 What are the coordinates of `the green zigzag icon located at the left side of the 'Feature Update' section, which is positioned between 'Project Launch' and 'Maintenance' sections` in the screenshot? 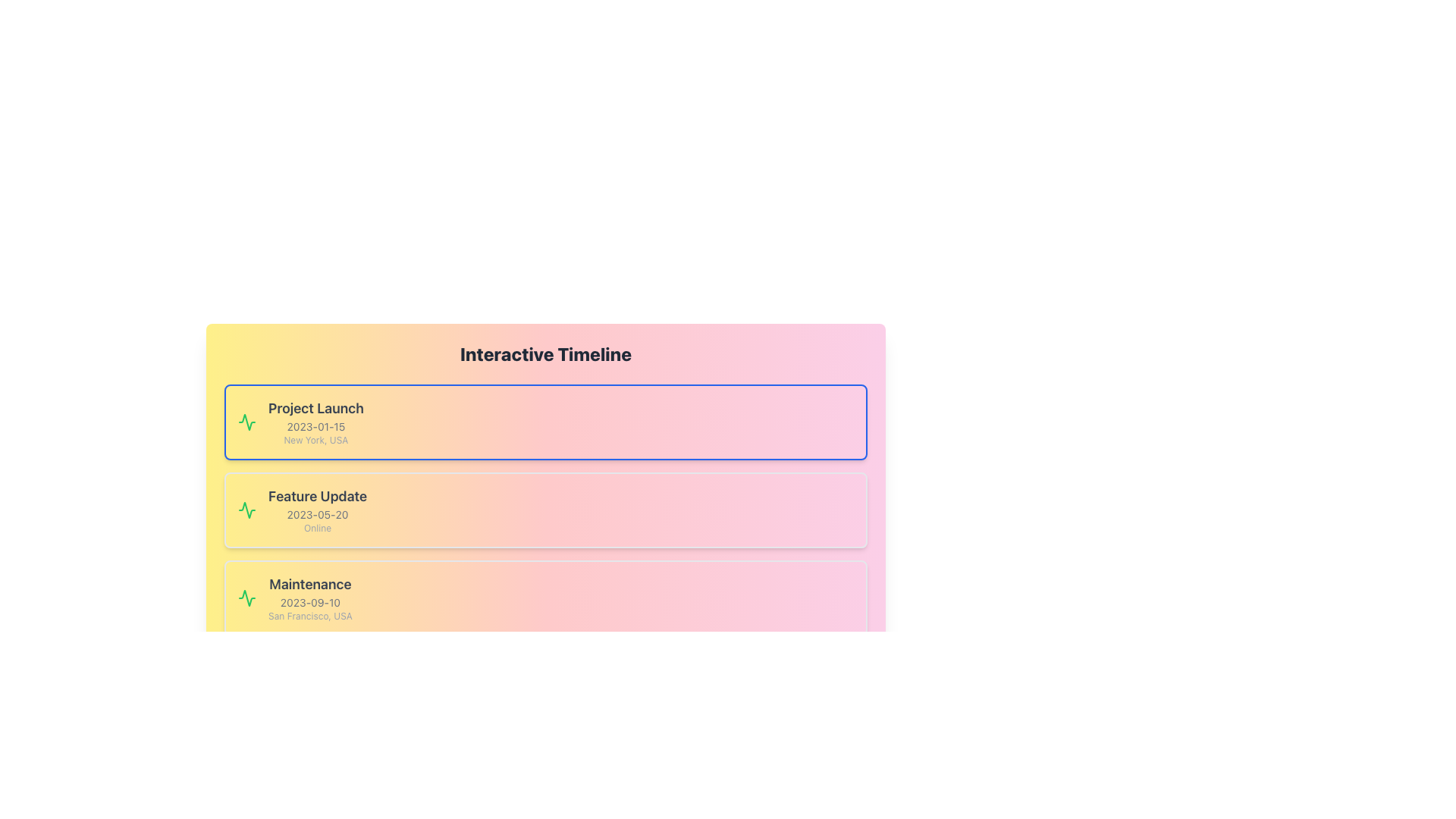 It's located at (247, 422).